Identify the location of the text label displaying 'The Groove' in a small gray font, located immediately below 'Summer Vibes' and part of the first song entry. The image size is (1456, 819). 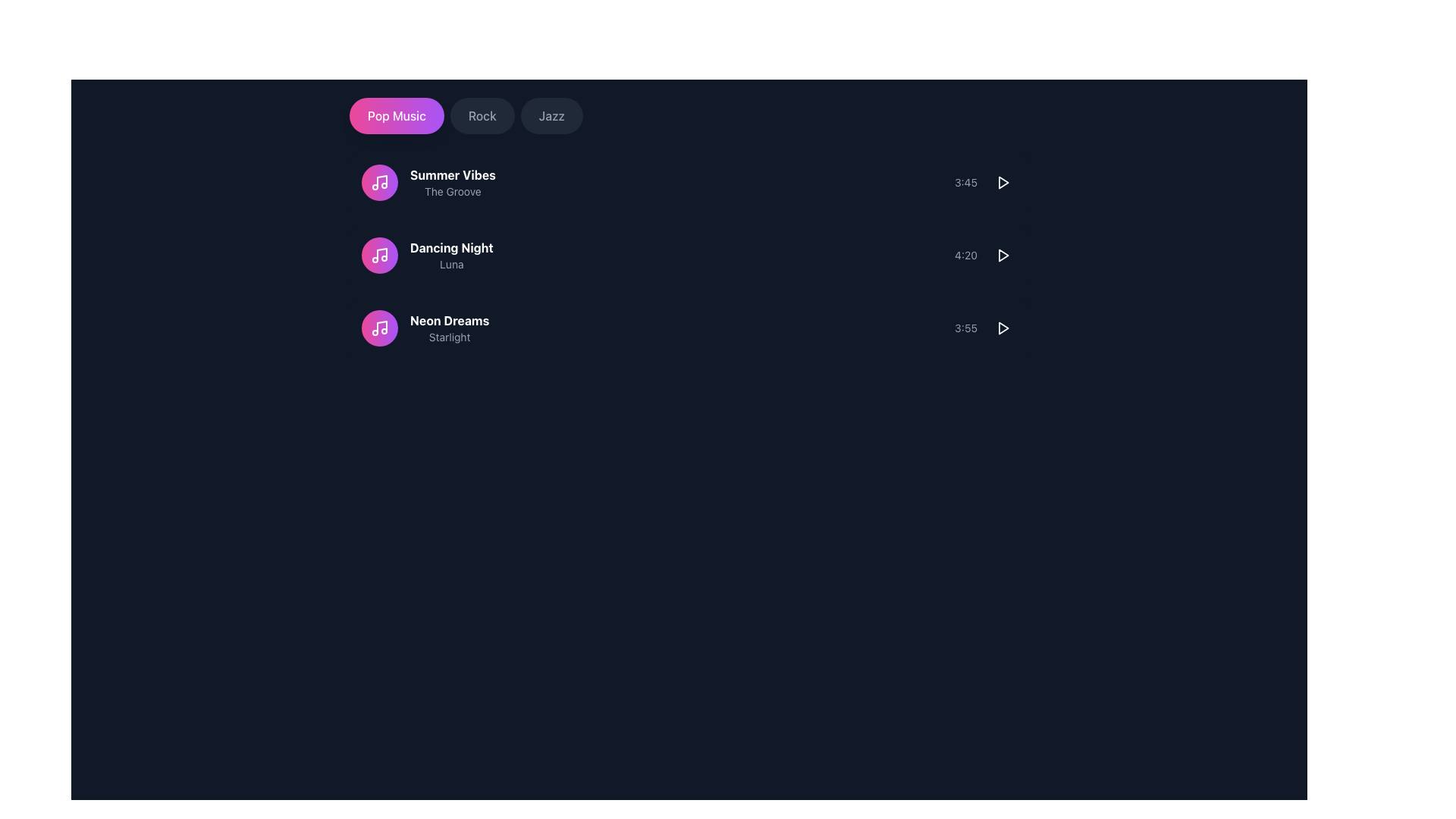
(452, 191).